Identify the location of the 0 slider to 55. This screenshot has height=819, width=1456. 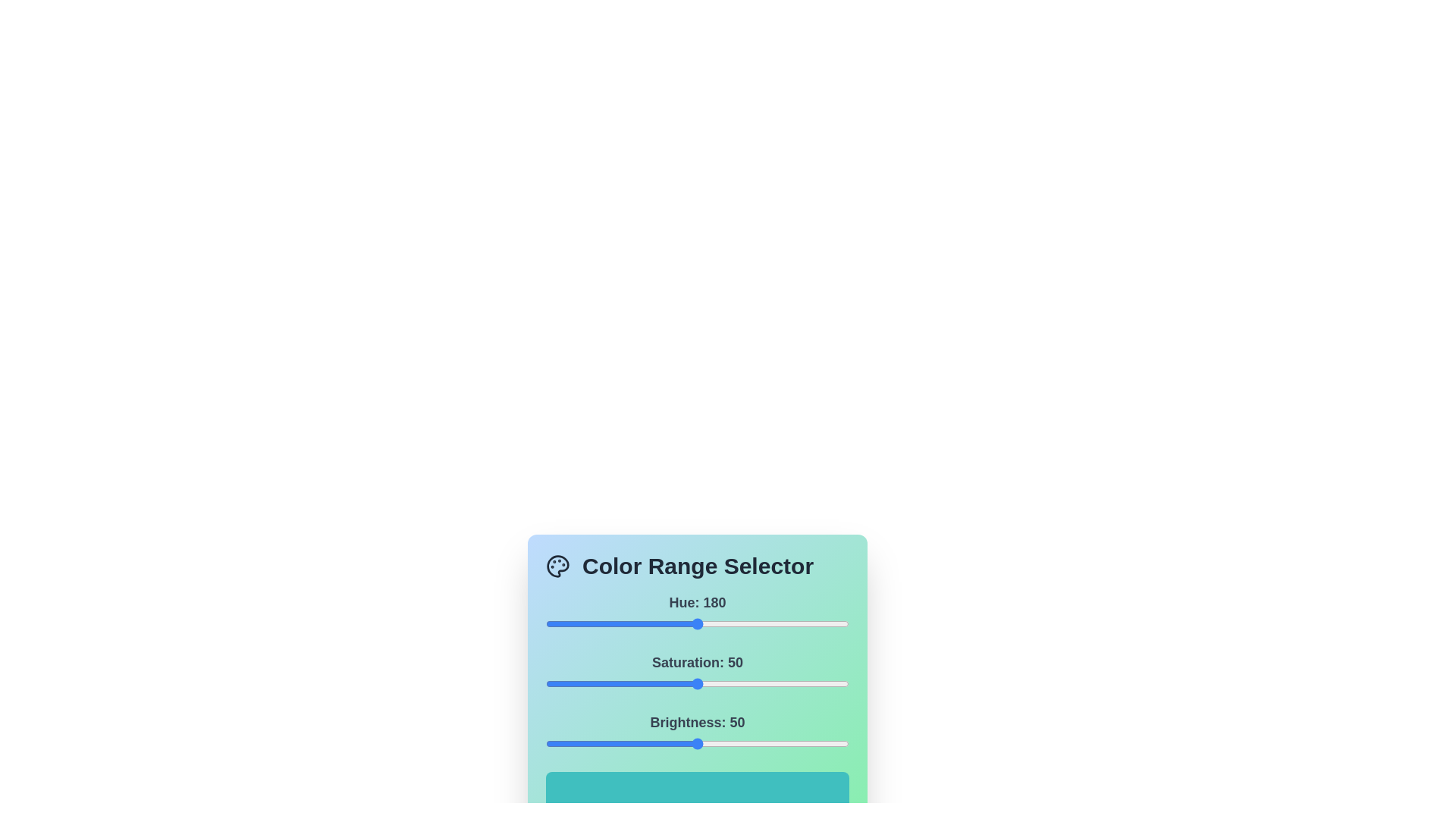
(591, 623).